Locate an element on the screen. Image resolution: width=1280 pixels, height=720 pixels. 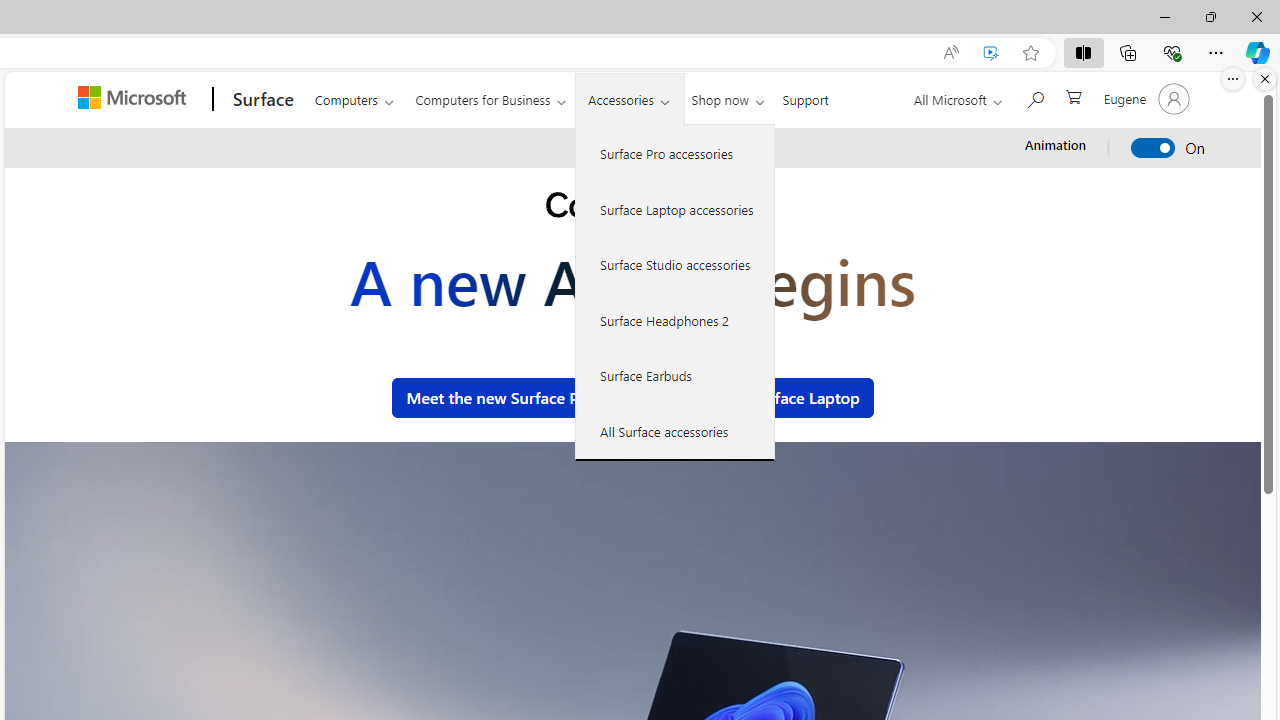
'All Surface accessories' is located at coordinates (675, 430).